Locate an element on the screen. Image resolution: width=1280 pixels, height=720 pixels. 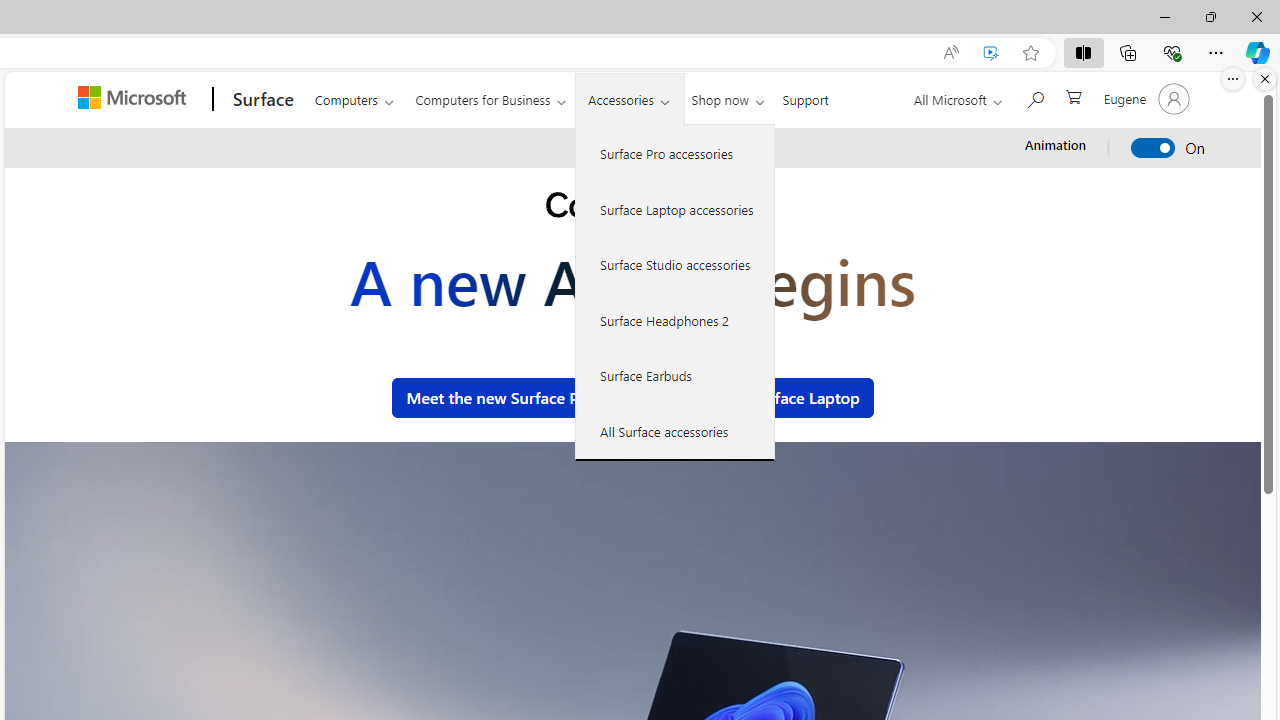
'All Surface accessories' is located at coordinates (675, 430).